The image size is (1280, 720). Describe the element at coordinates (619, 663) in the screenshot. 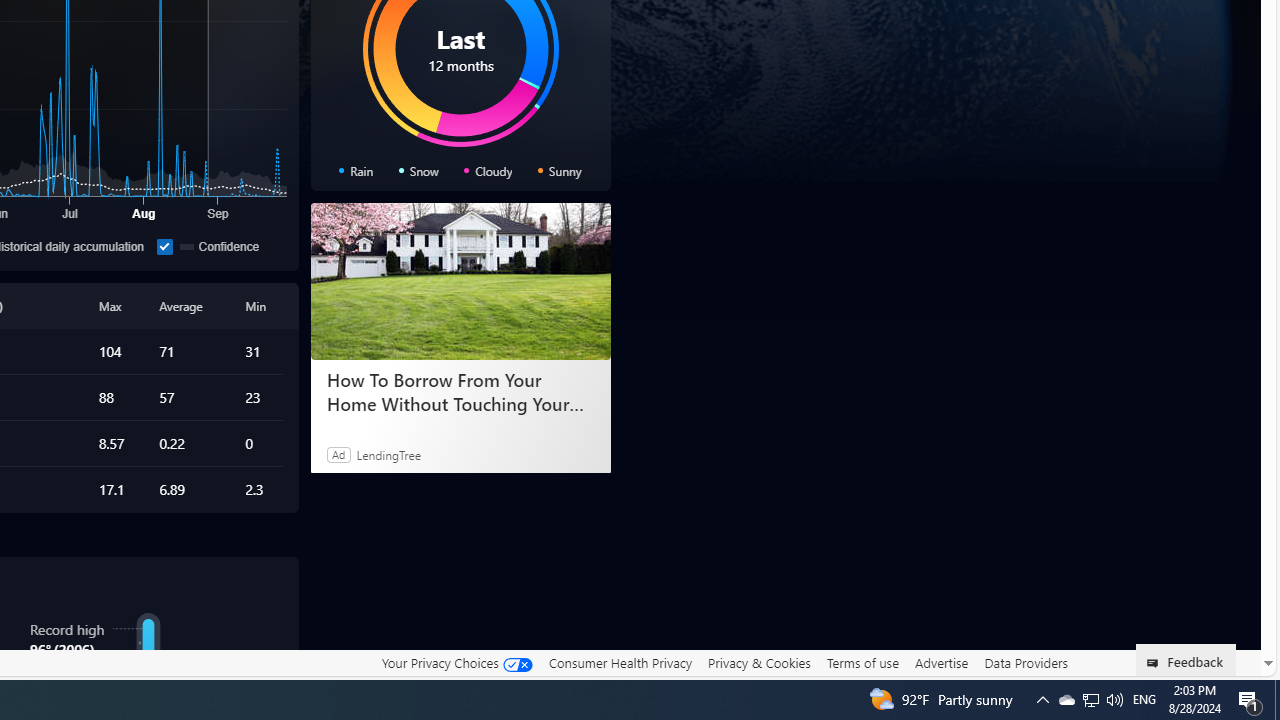

I see `'Consumer Health Privacy'` at that location.